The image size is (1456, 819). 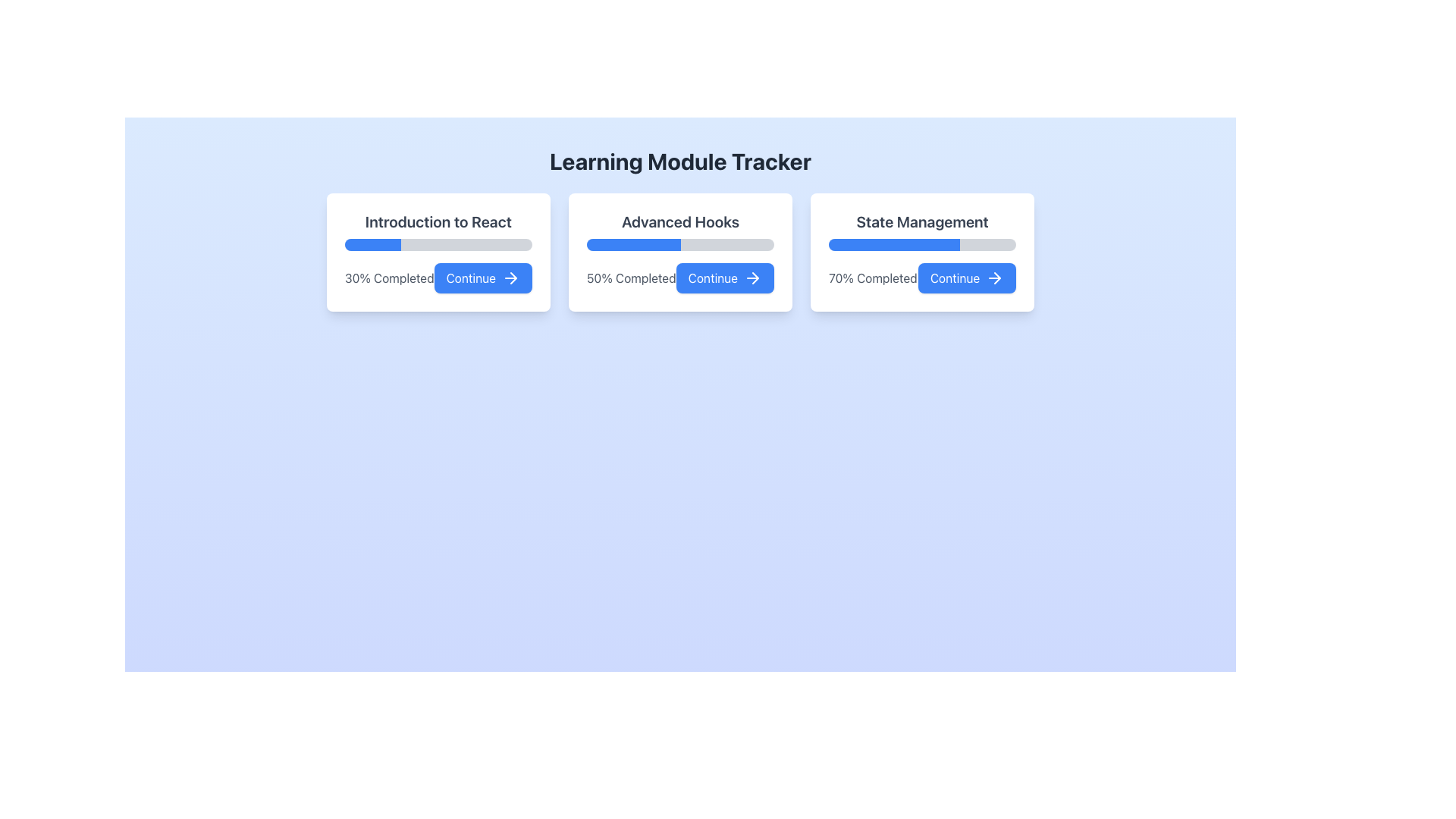 I want to click on the right-pointing arrow icon located within the 'Continue' button, which is styled with a blue background and white text, positioned in the card titled 'Introduction to React', so click(x=513, y=278).